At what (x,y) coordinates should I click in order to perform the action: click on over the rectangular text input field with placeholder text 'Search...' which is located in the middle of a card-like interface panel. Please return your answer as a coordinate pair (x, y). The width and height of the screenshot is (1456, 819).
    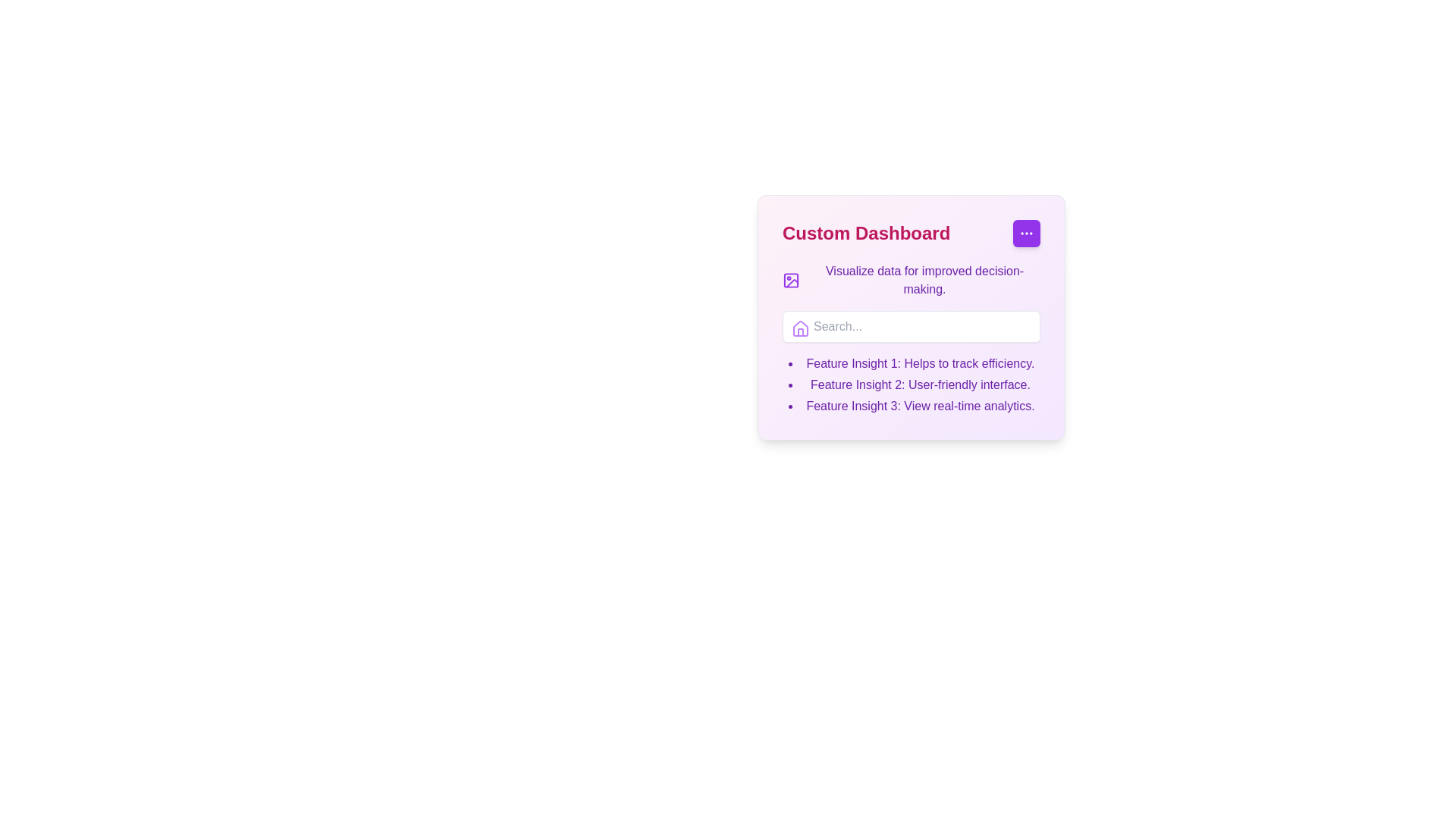
    Looking at the image, I should click on (910, 326).